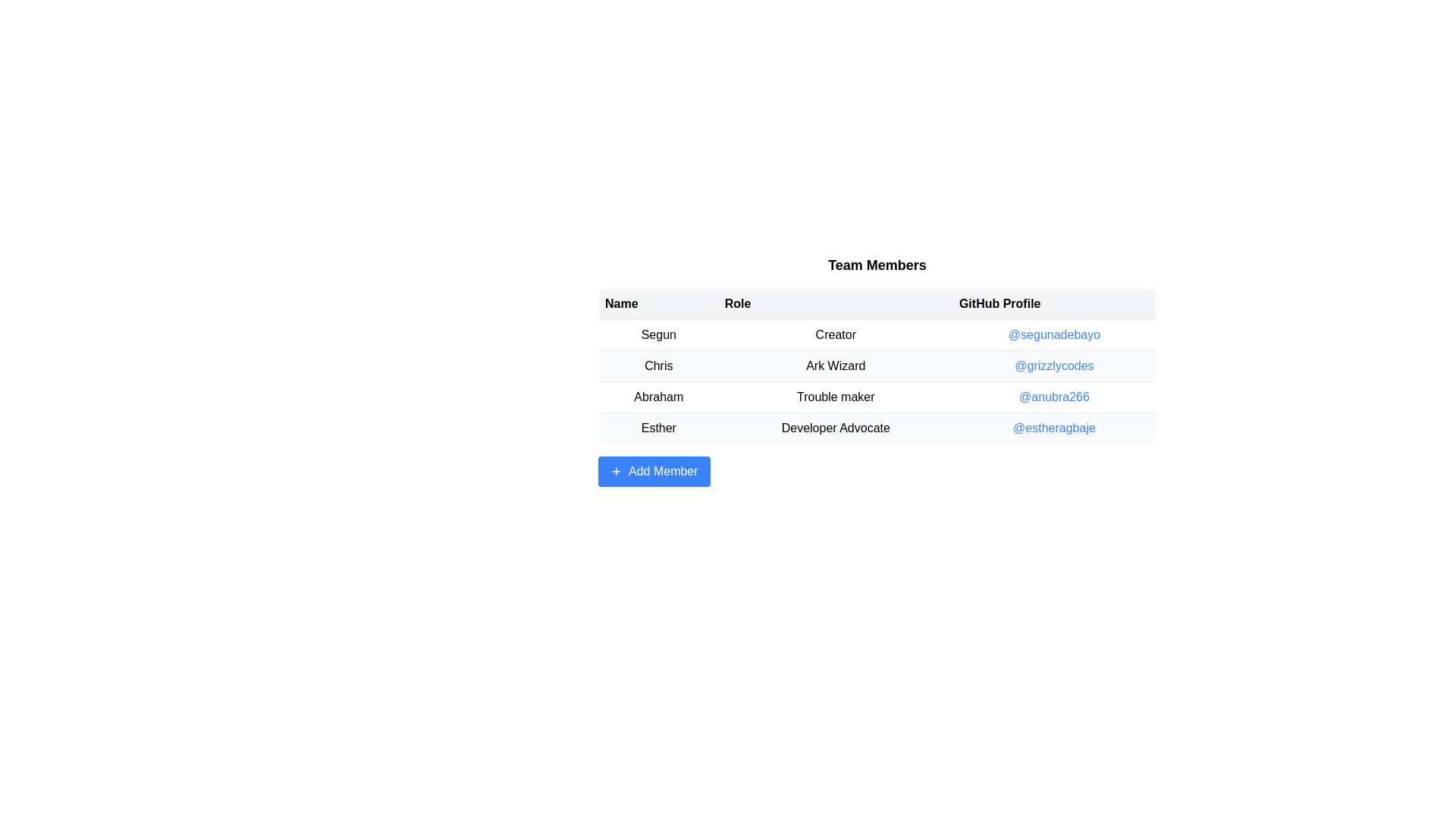 The width and height of the screenshot is (1456, 819). What do you see at coordinates (877, 265) in the screenshot?
I see `the 'Team Members' section header, which is displayed in bold font and serves as a title above the team members table` at bounding box center [877, 265].